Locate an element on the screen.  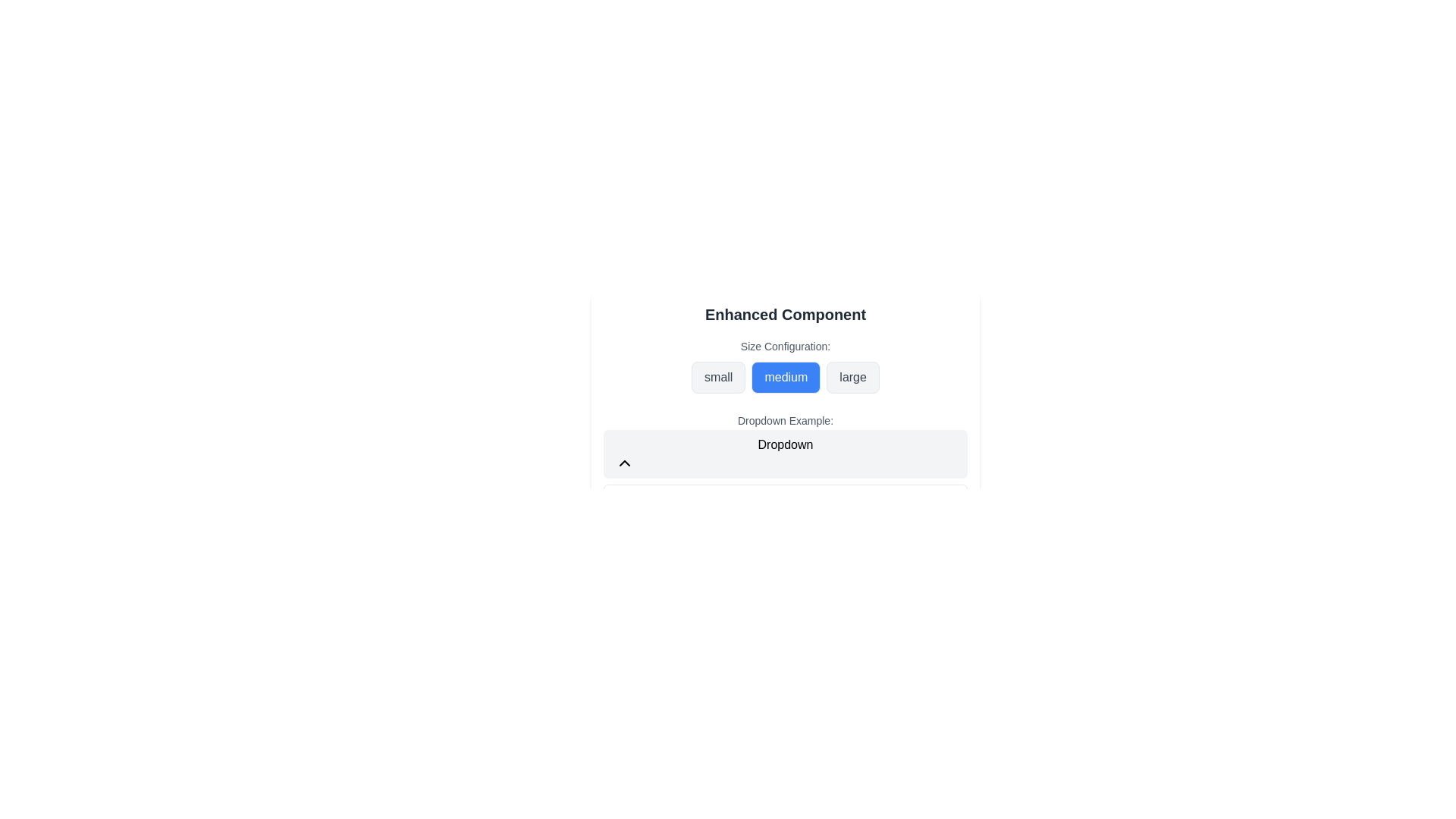
the dropdown toggle button located below the label 'Dropdown Example:' is located at coordinates (786, 453).